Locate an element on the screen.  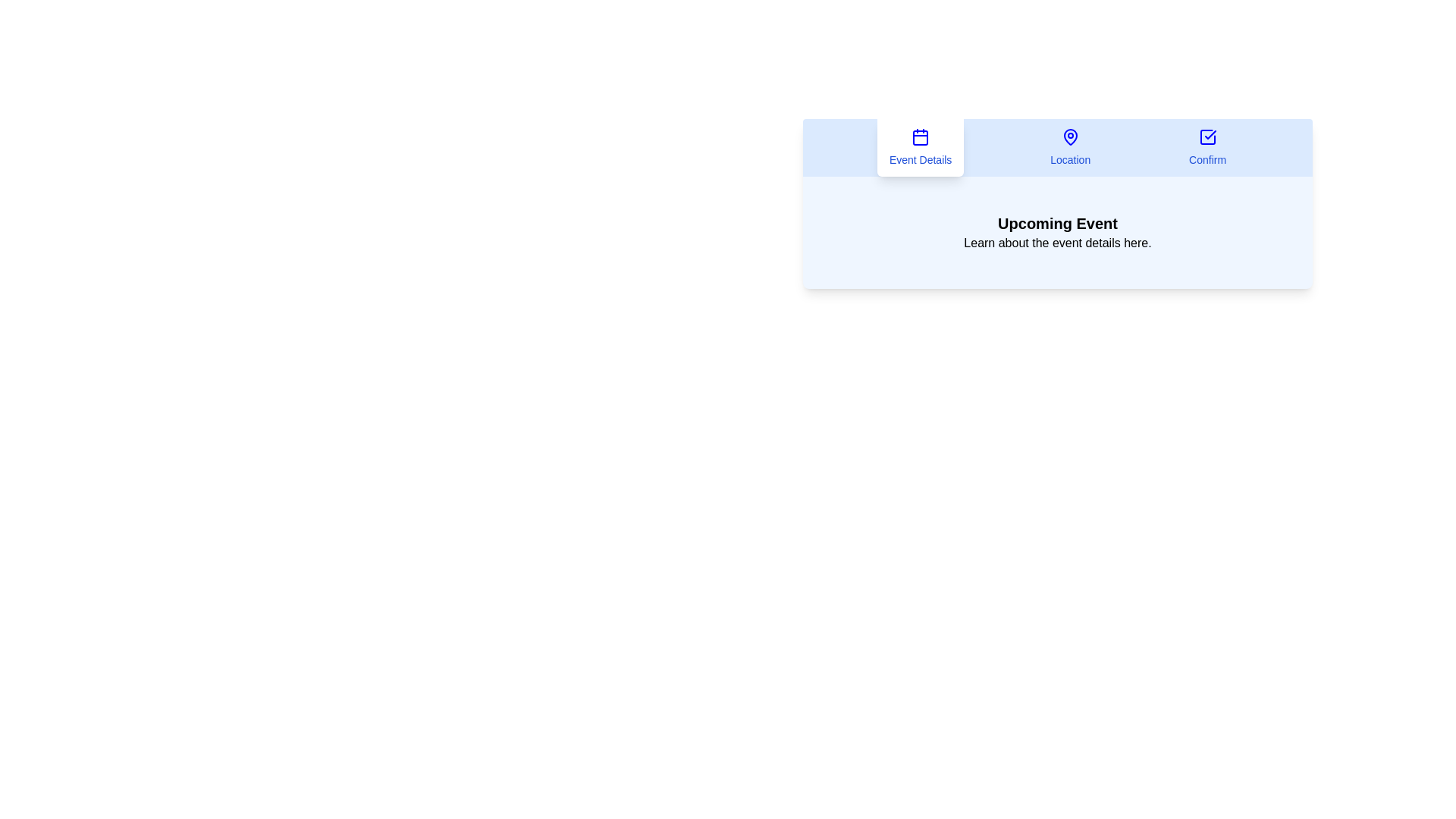
the tab labeled Location to observe the visual feedback is located at coordinates (1069, 148).